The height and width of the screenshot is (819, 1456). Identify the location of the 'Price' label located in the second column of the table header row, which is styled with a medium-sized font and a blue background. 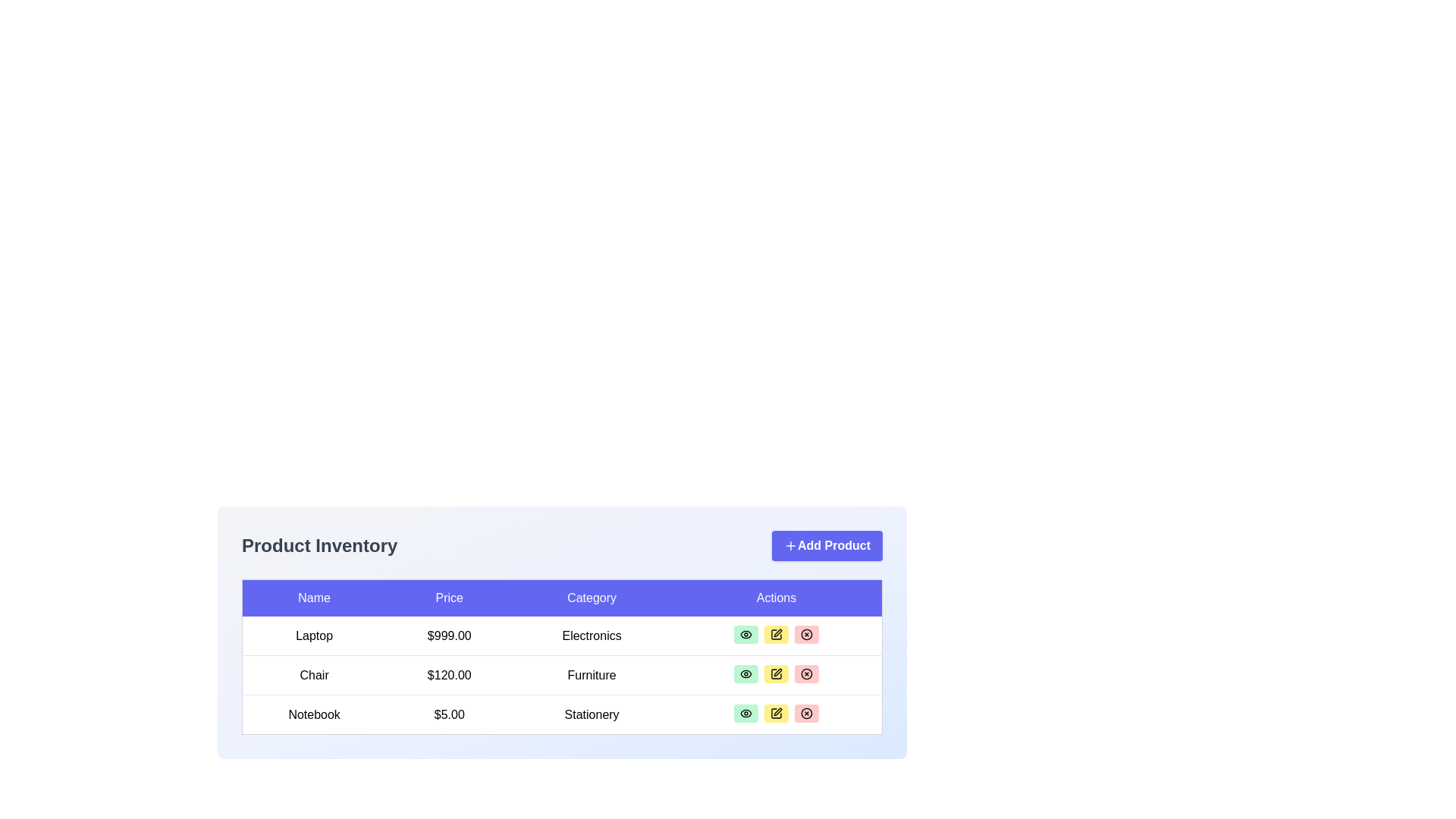
(448, 597).